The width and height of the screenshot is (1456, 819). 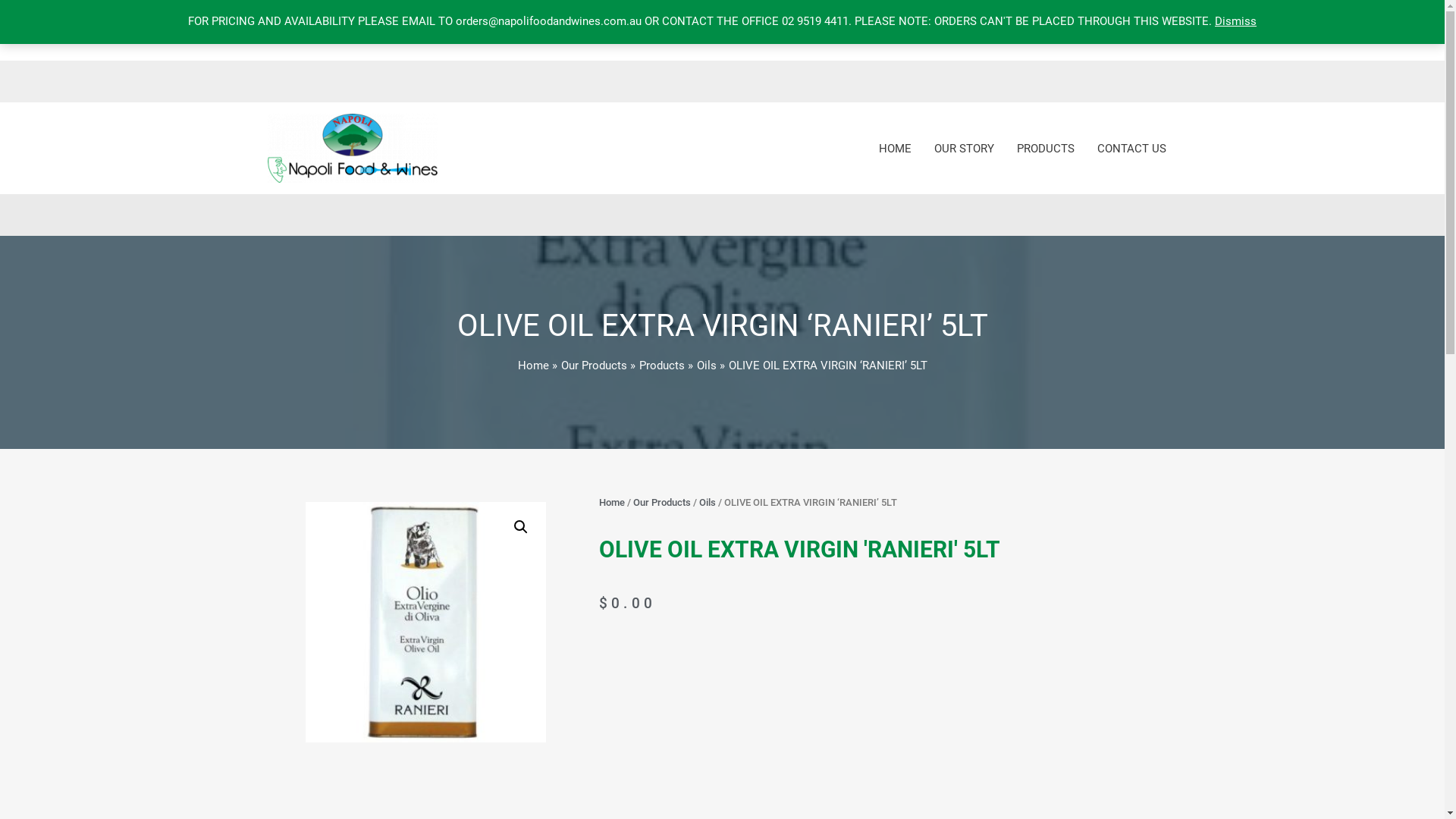 I want to click on 'Oils', so click(x=698, y=502).